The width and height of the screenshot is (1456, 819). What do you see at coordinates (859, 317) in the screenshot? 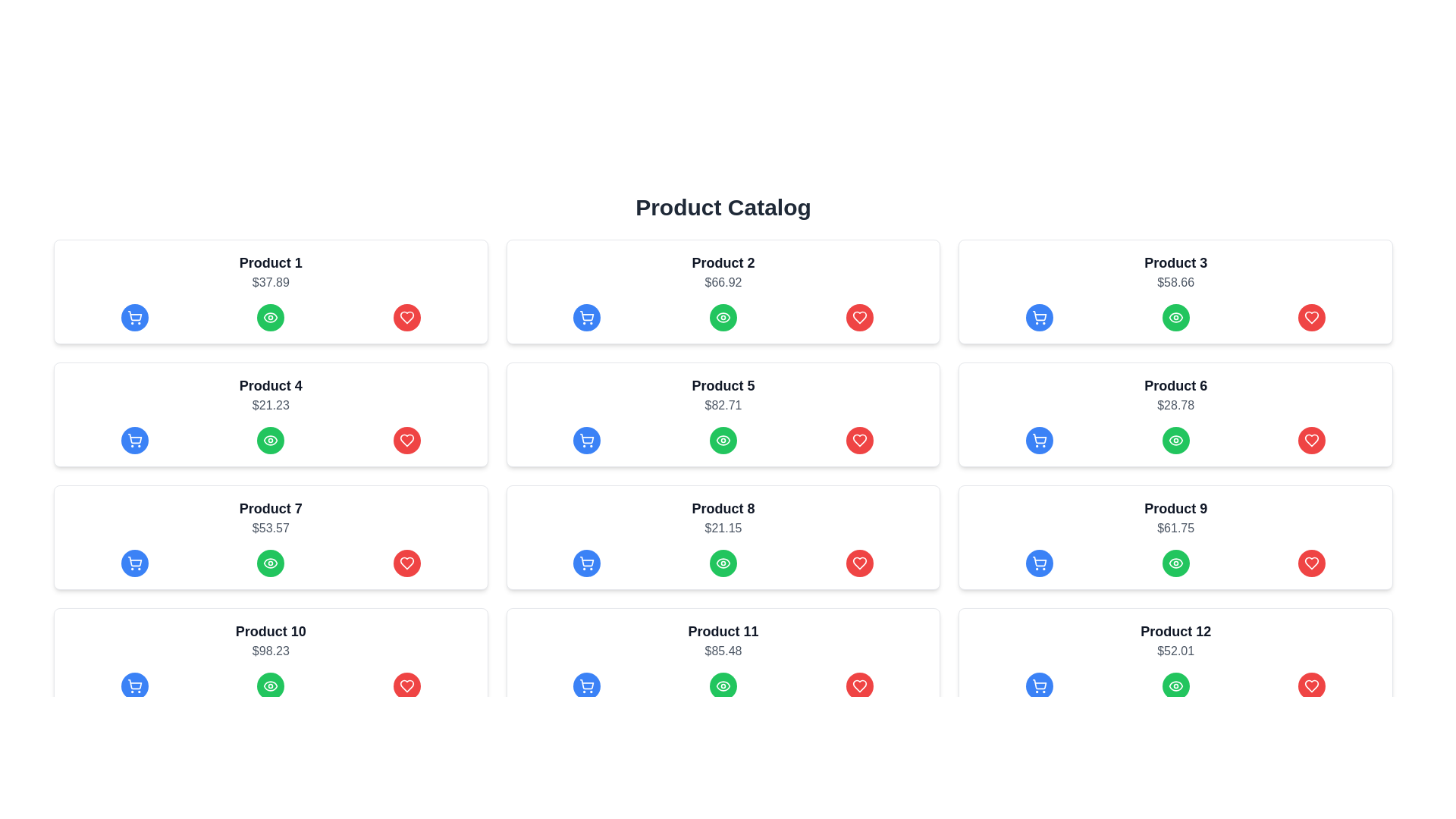
I see `the red heart icon within the second product card in the first row of the product catalog` at bounding box center [859, 317].